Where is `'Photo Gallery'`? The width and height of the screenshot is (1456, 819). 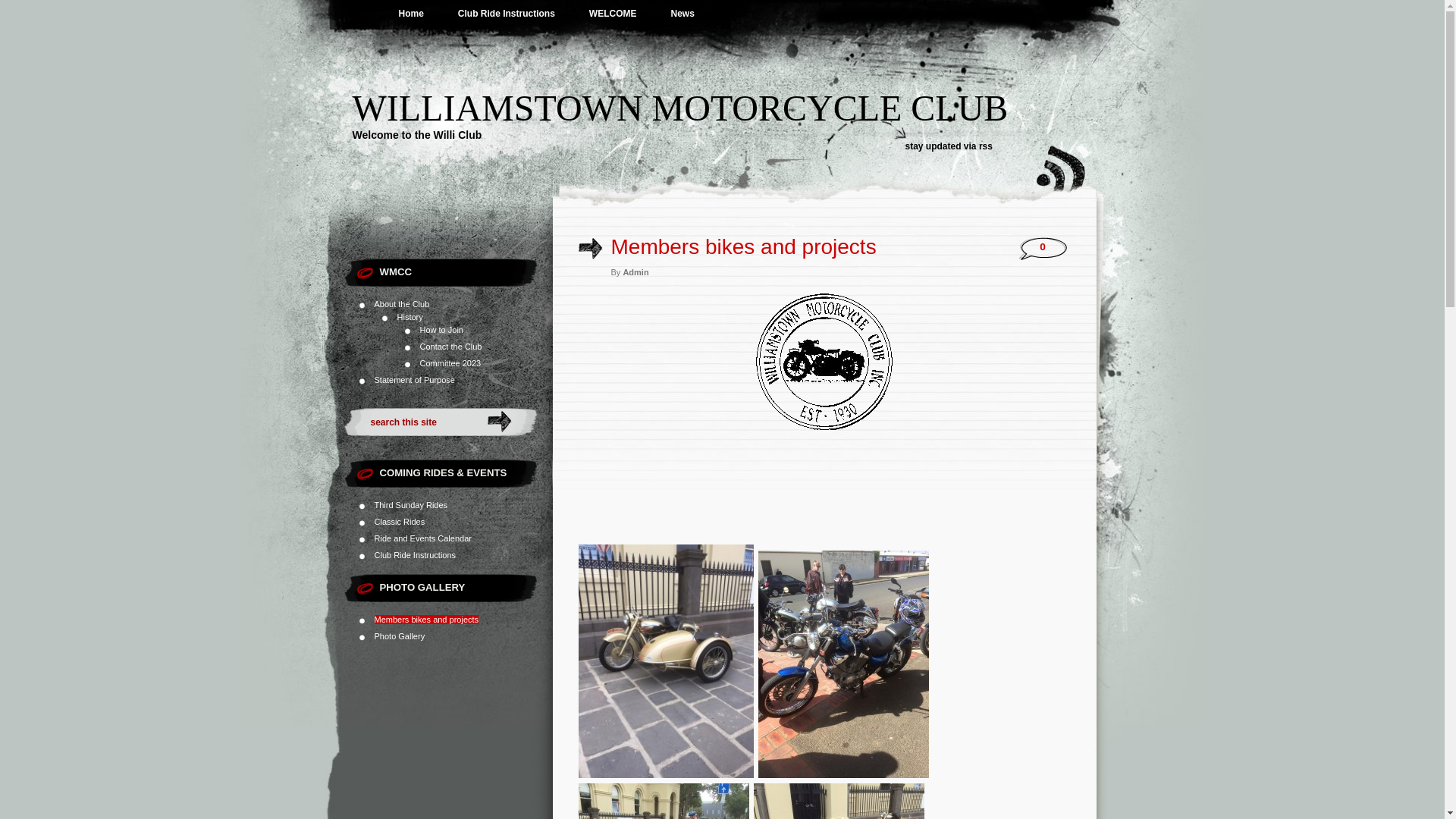
'Photo Gallery' is located at coordinates (400, 636).